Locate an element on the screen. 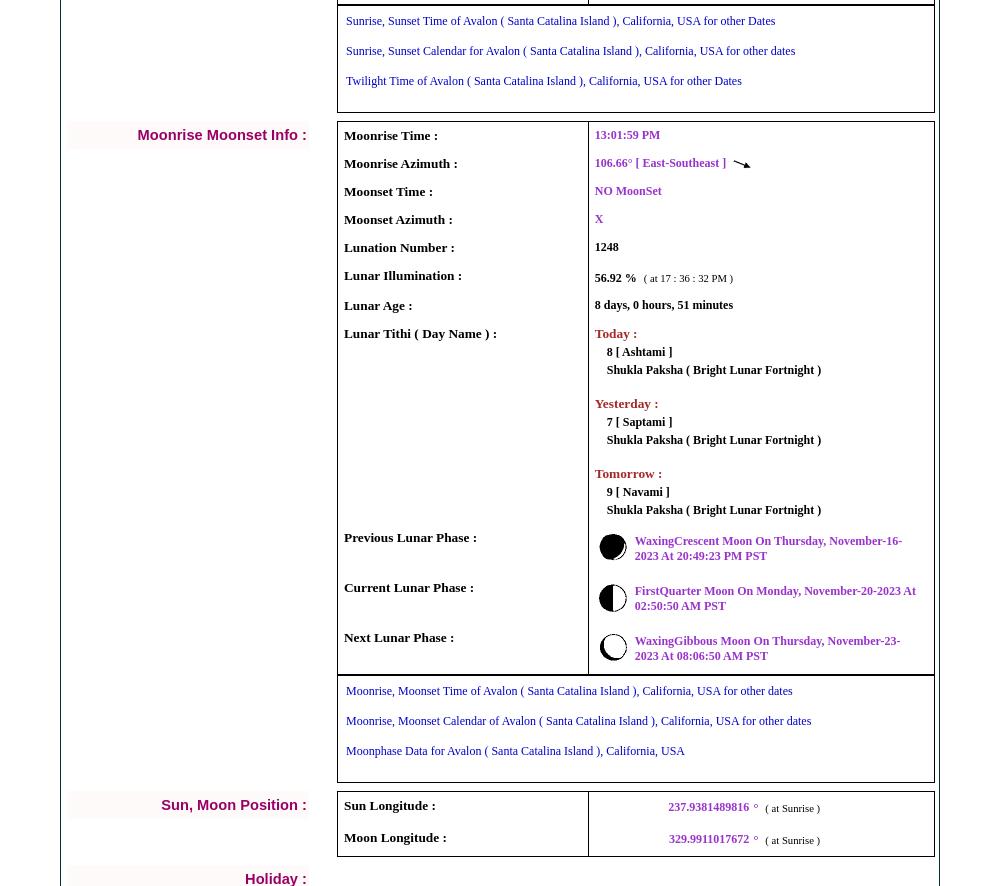  'Moonset Azimuth :' is located at coordinates (397, 218).